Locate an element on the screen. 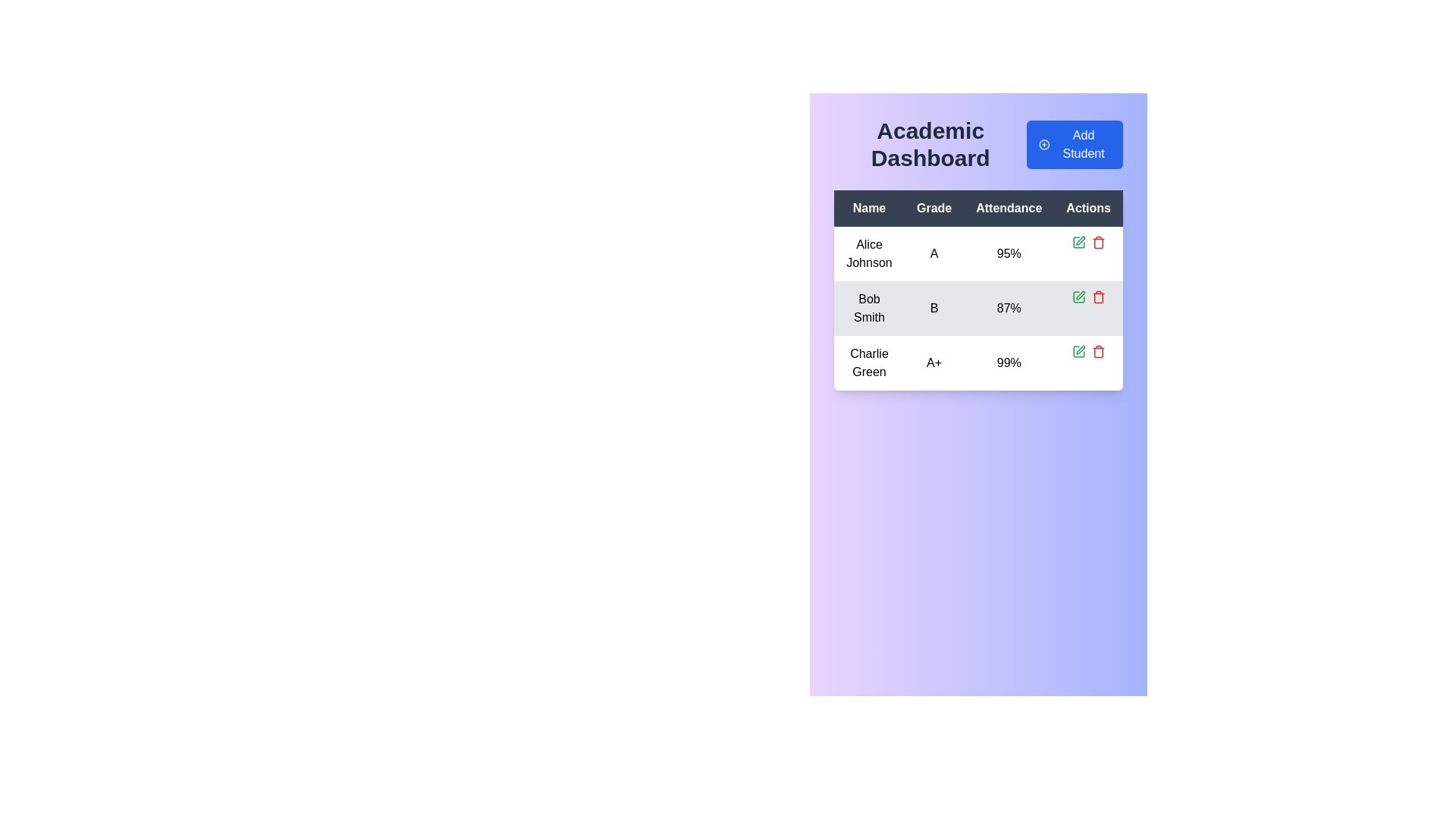 The image size is (1456, 819). the text label displaying '95%' in black font located in the 'Attendance' column of the table is located at coordinates (1009, 253).